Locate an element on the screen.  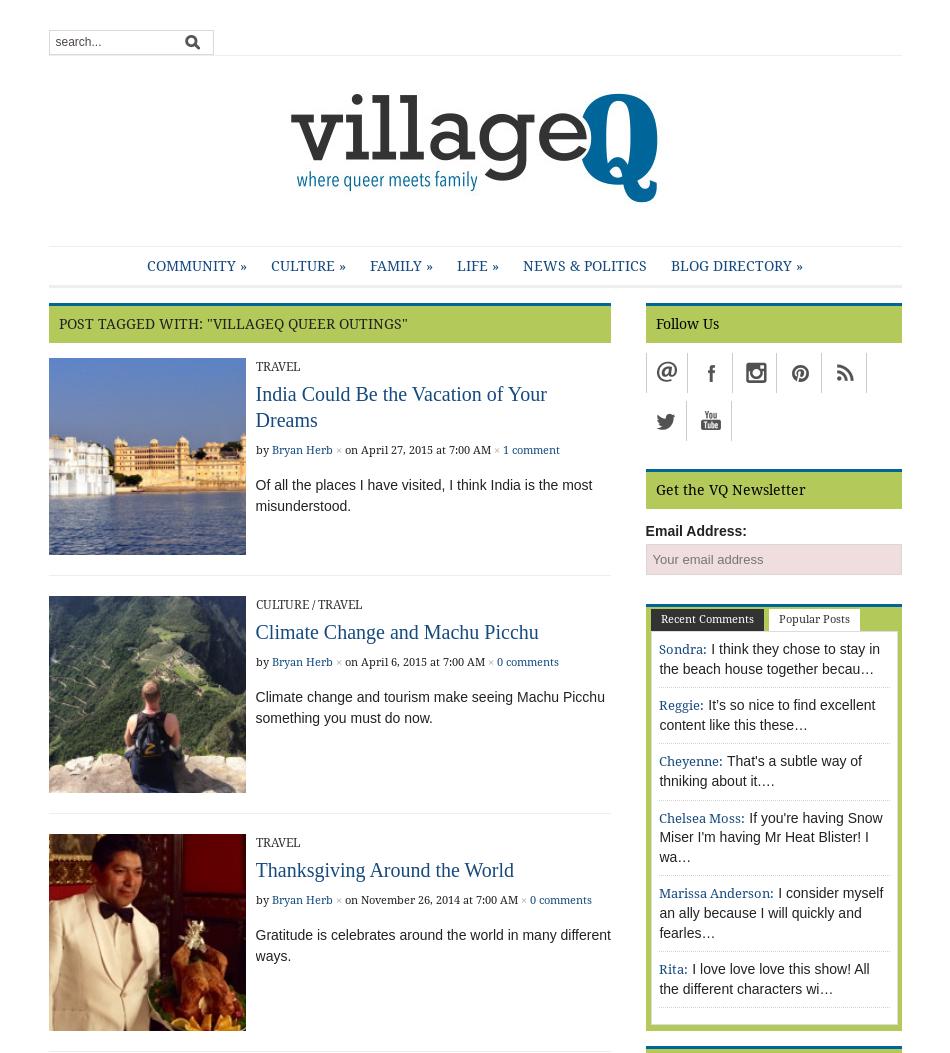
'Get the VQ Newsletter' is located at coordinates (728, 489).